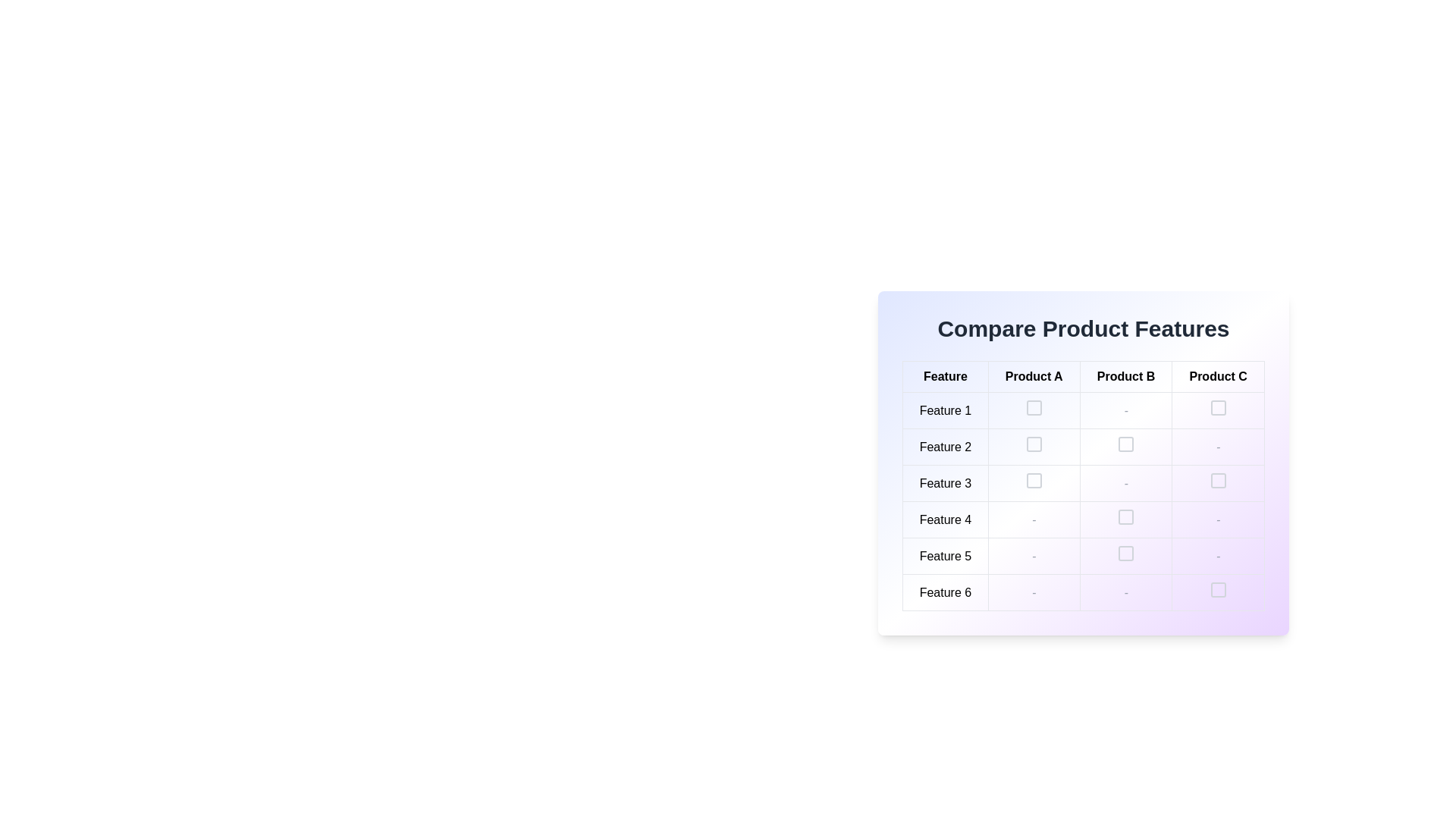  Describe the element at coordinates (1218, 376) in the screenshot. I see `the 'Product C' header cell in the product feature comparison table, which is the last column header positioned to the right of 'Product B'` at that location.